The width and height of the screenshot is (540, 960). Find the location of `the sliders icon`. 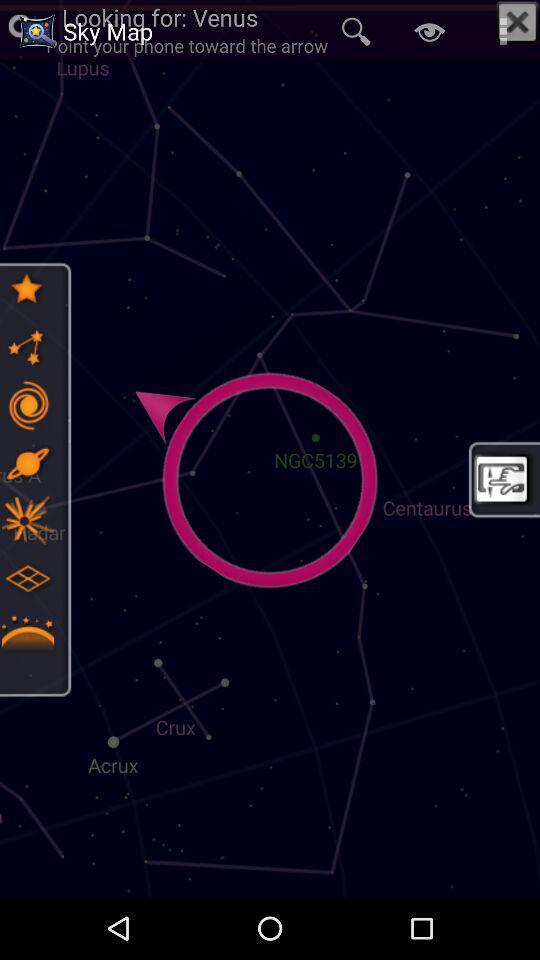

the sliders icon is located at coordinates (26, 404).